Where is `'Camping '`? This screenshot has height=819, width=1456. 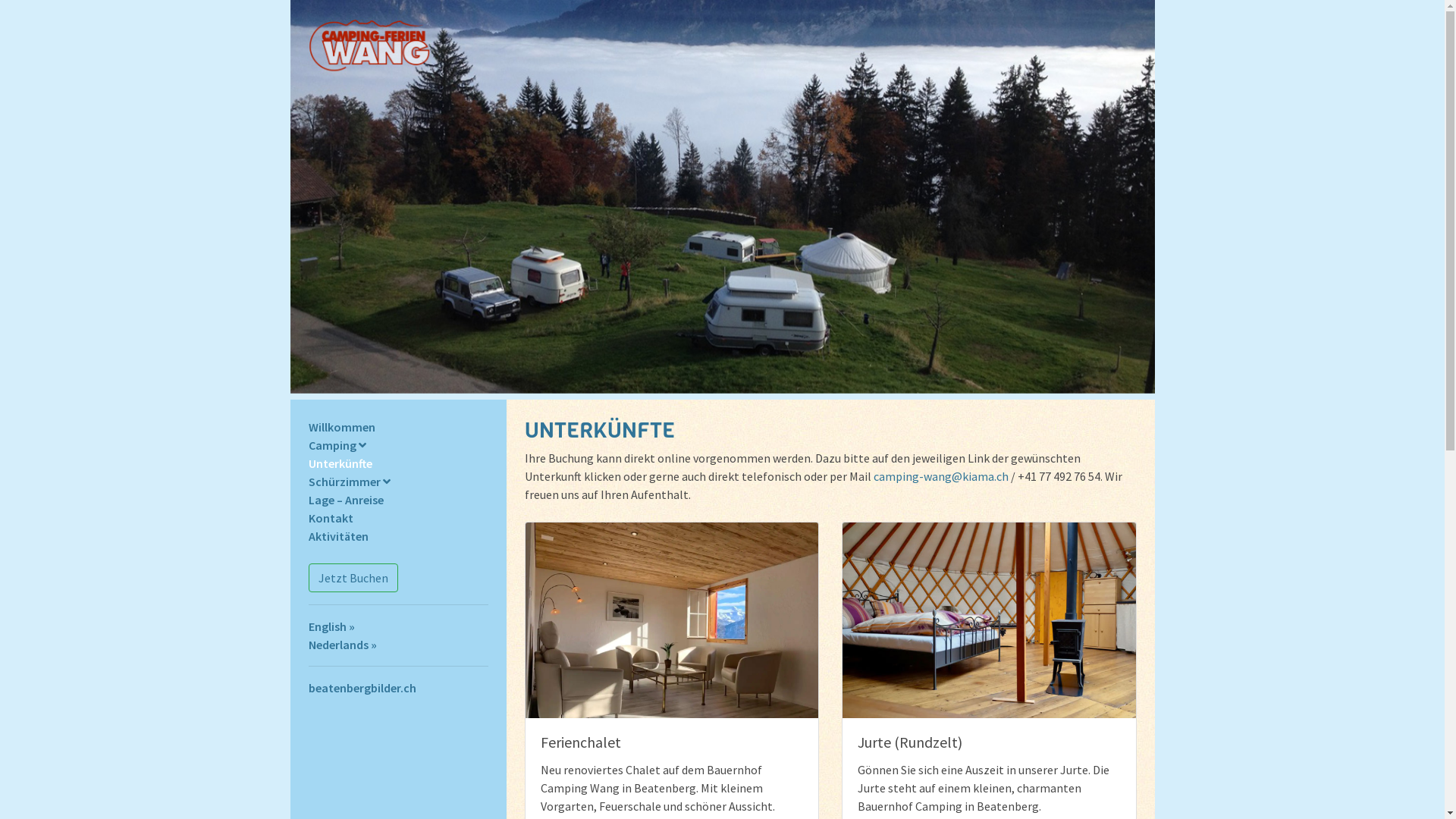 'Camping ' is located at coordinates (336, 444).